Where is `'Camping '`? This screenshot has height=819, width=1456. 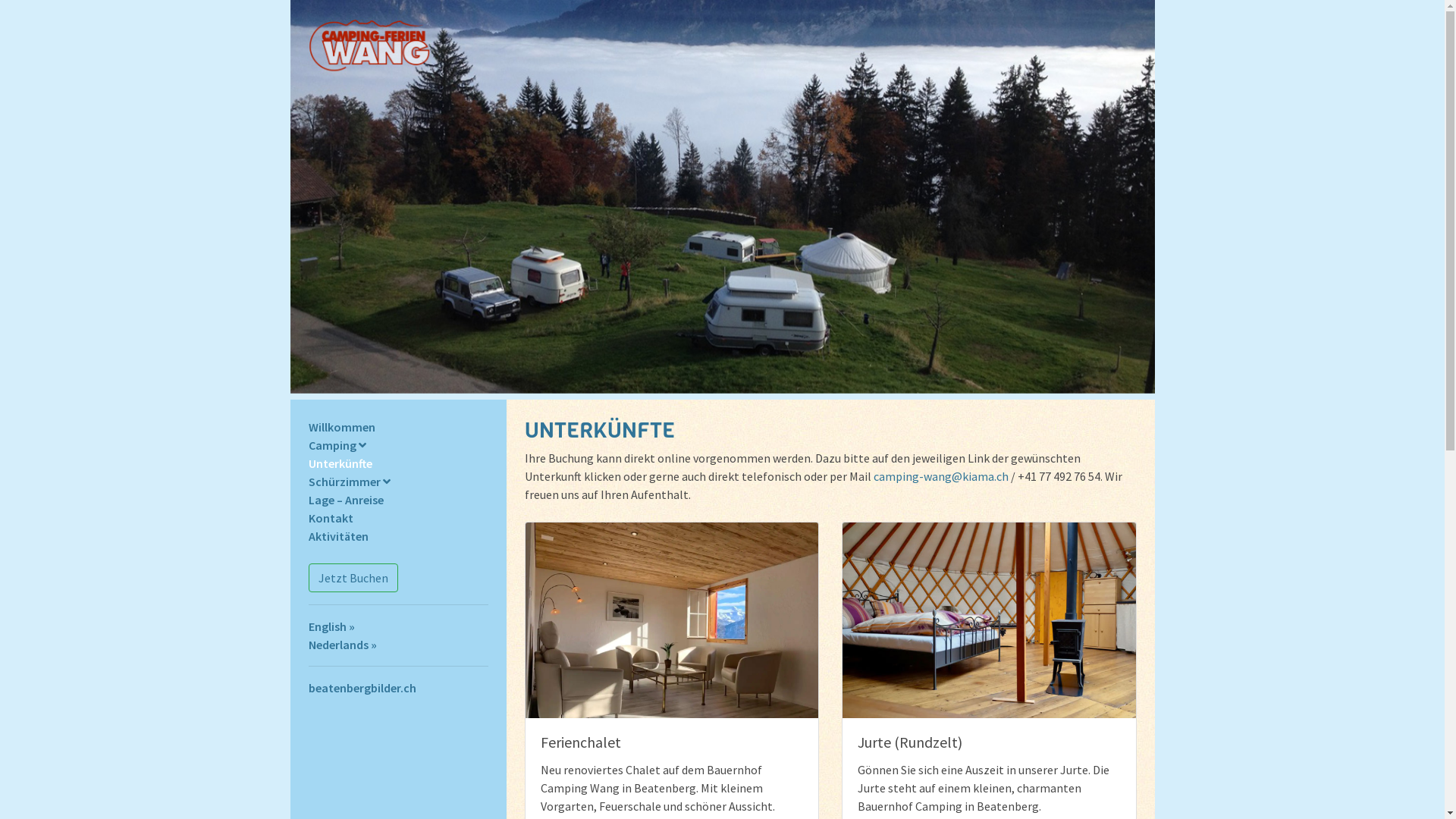 'Camping ' is located at coordinates (336, 444).